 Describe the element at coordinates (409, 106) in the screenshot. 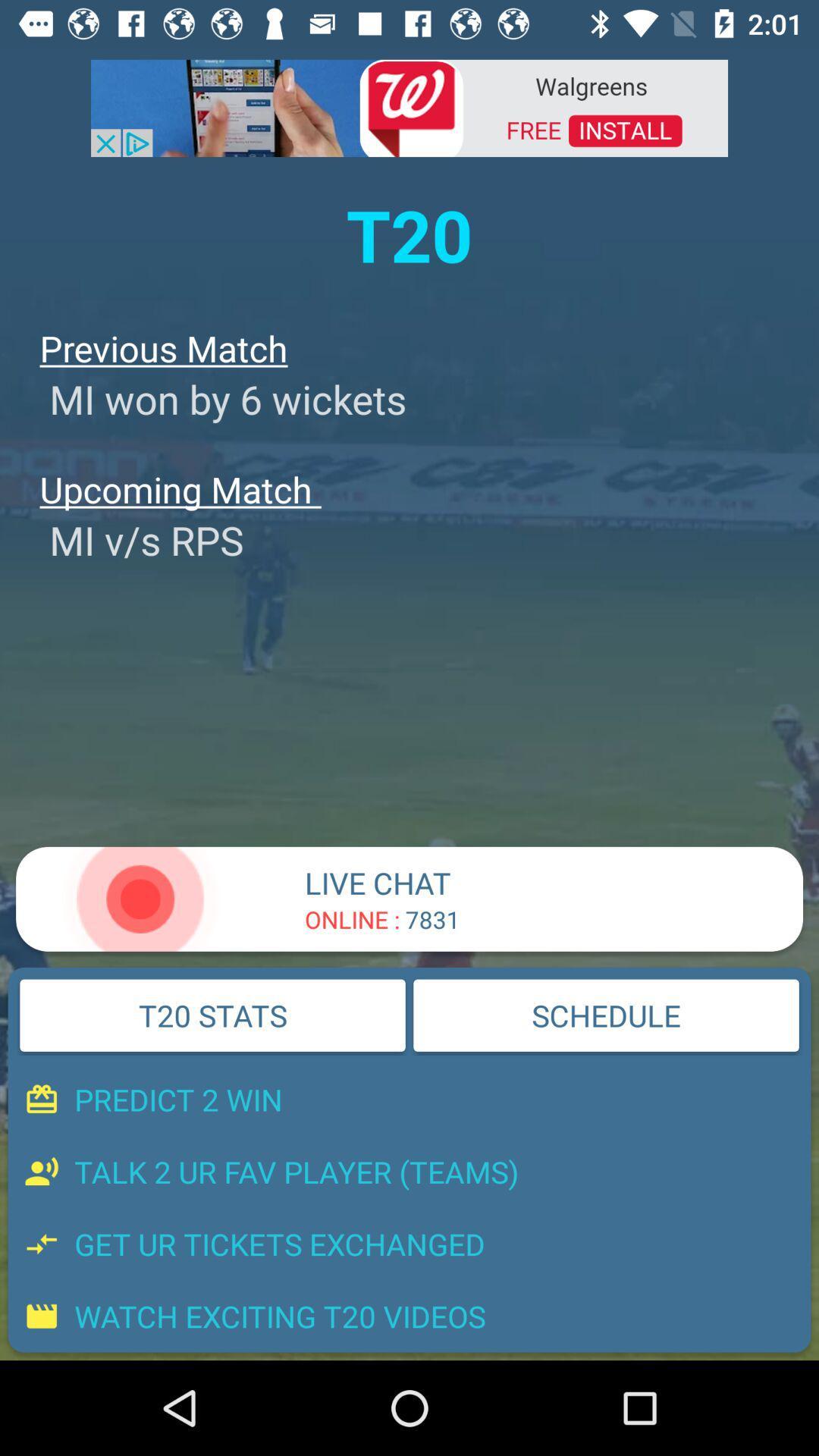

I see `advertisement for walgreens` at that location.